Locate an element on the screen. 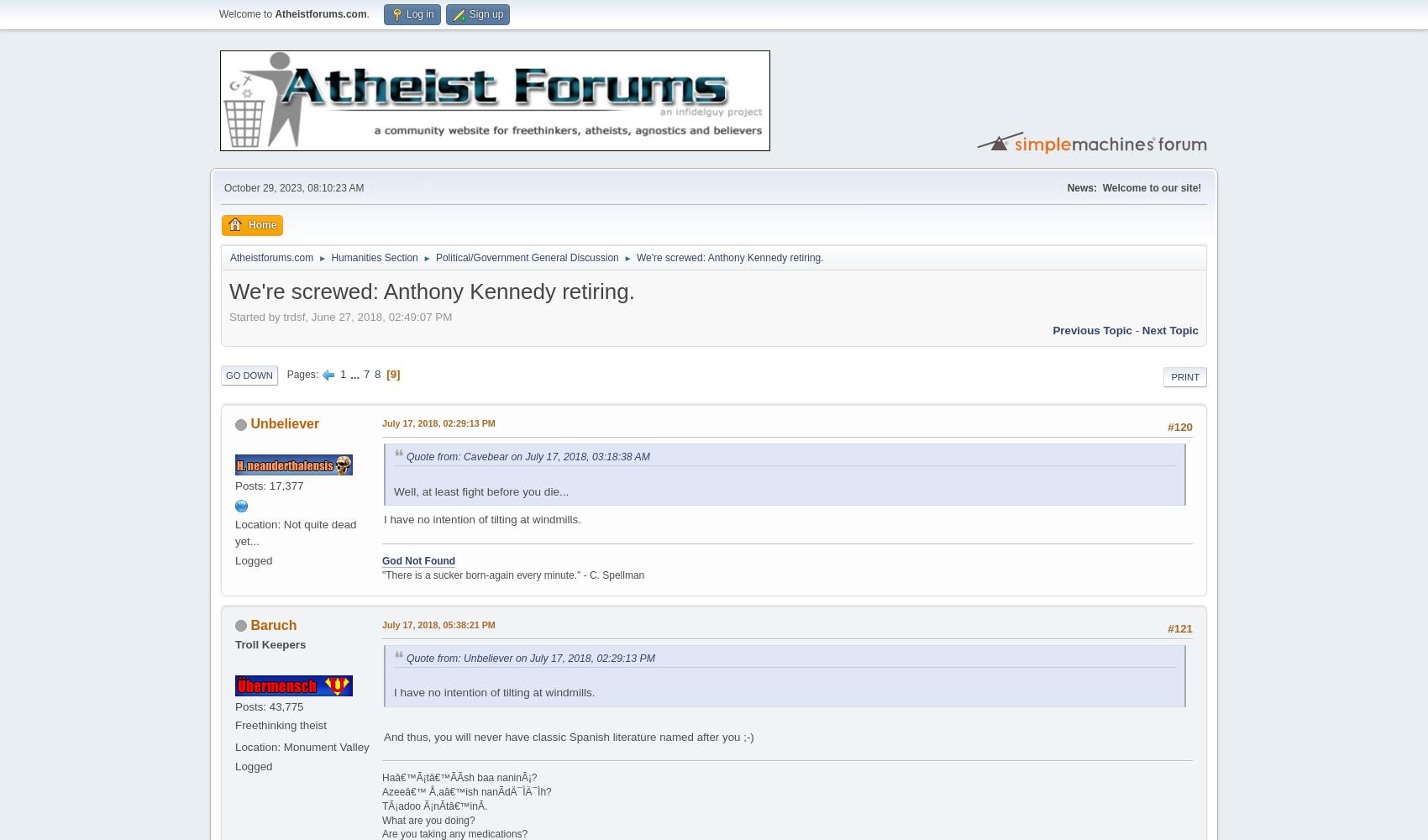  'Troll Keepers' is located at coordinates (234, 643).